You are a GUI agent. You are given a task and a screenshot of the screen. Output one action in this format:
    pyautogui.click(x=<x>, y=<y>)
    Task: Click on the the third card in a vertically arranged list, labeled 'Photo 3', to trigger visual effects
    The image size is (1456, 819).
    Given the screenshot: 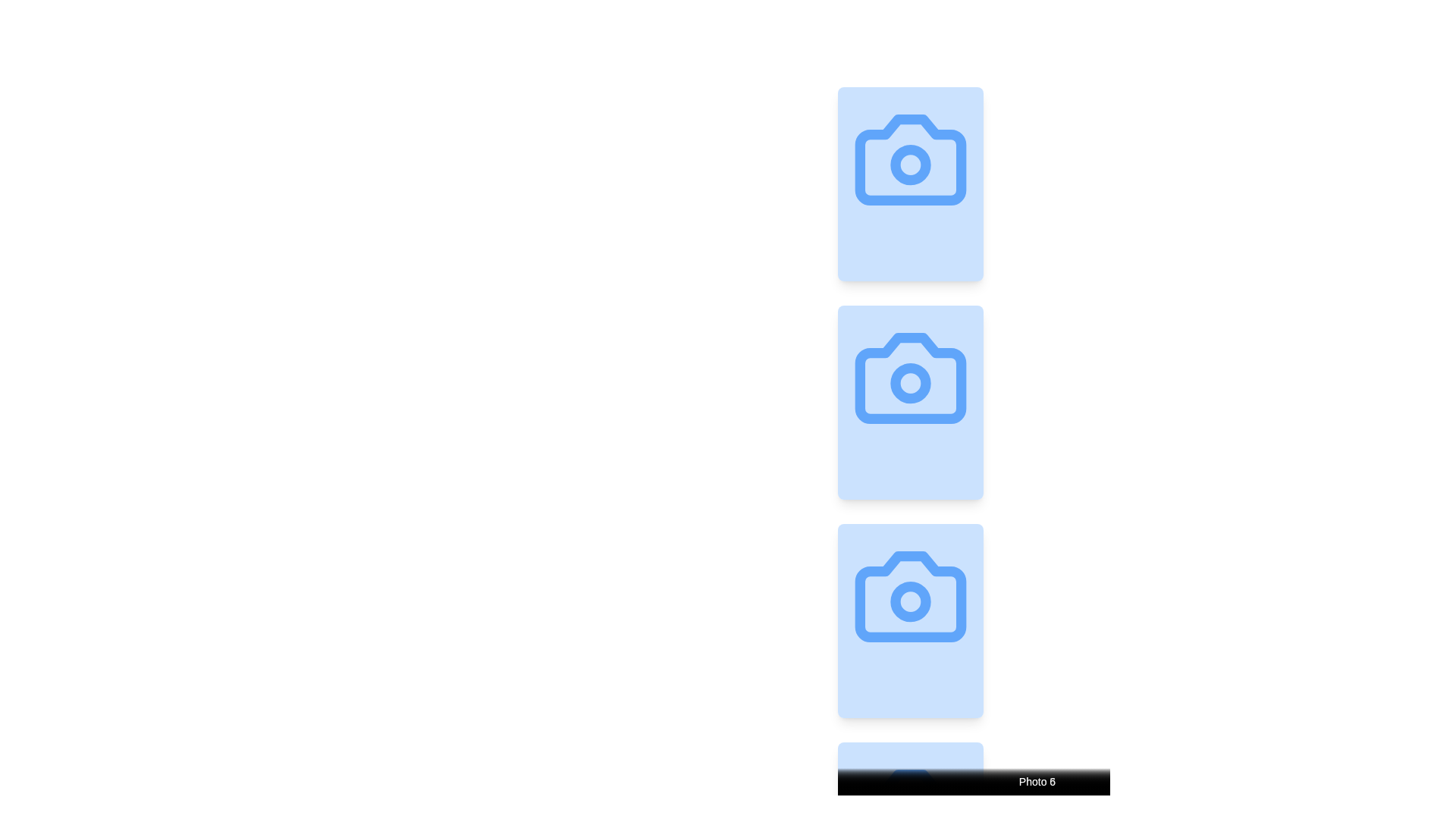 What is the action you would take?
    pyautogui.click(x=910, y=620)
    